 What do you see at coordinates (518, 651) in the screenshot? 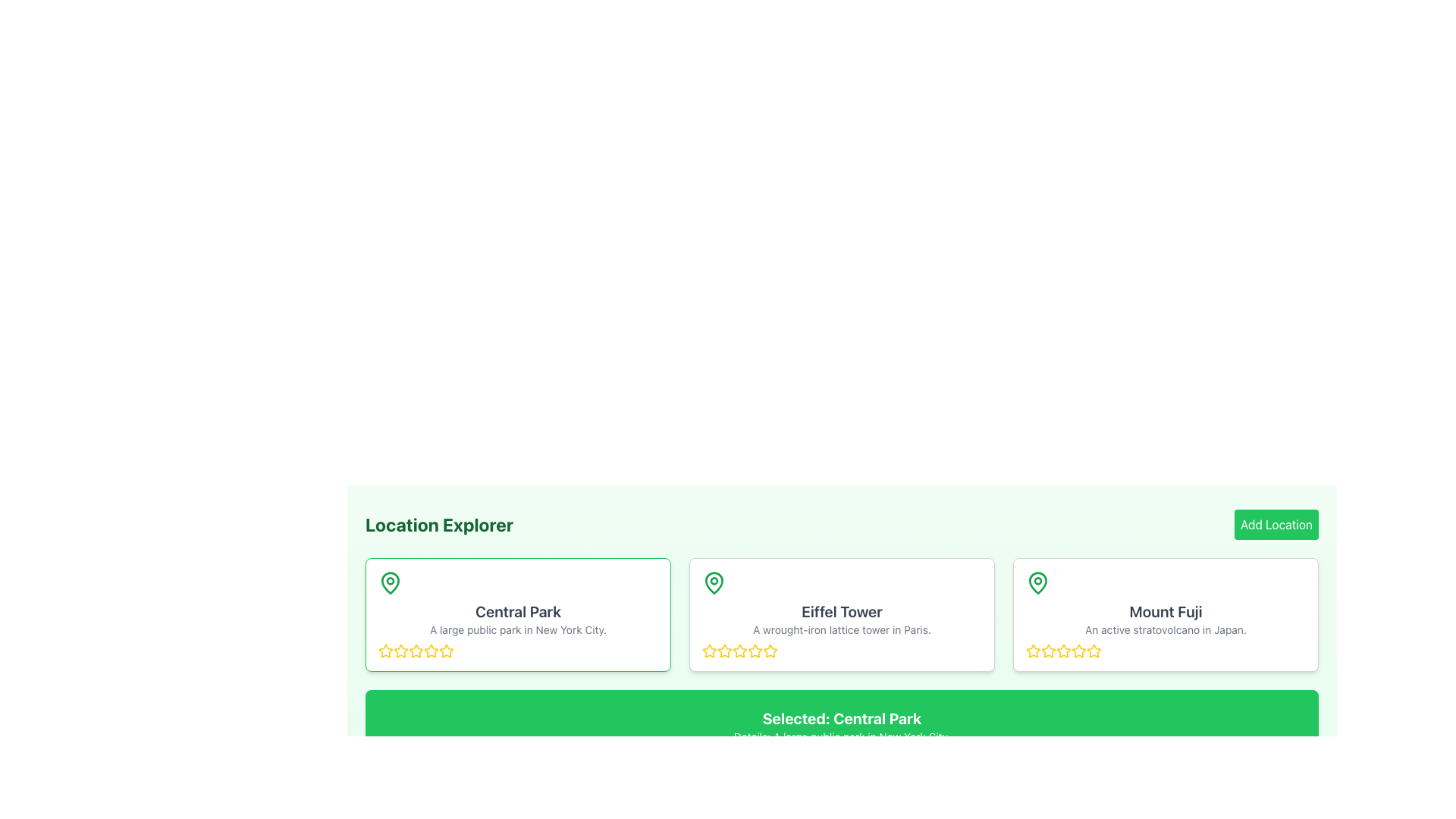
I see `the rating visually by focusing on the horizontal row of five yellow star icons located at the bottom of the panel displaying information about 'Central Park'` at bounding box center [518, 651].